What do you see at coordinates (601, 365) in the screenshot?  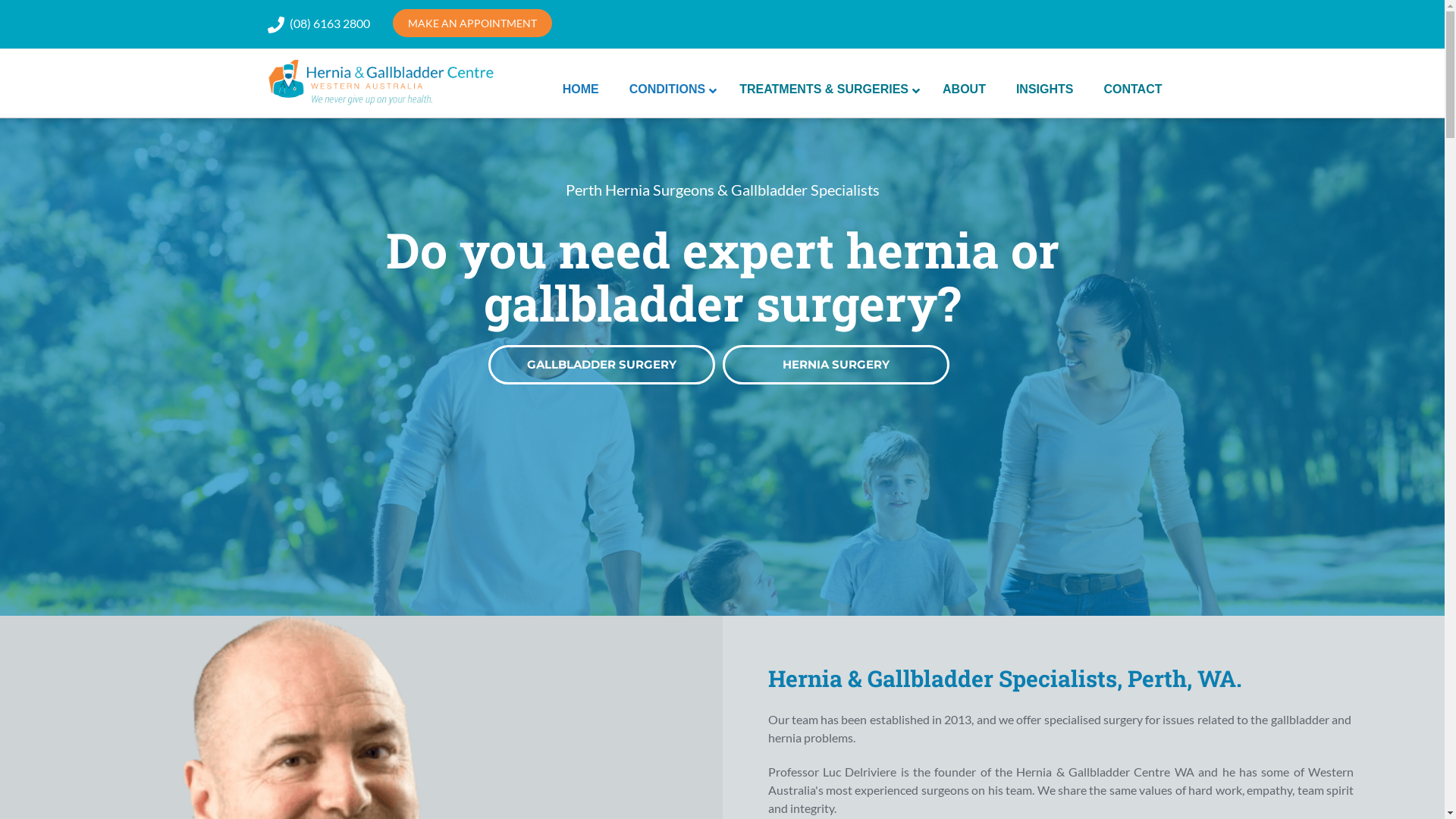 I see `'GALLBLADDER SURGERY'` at bounding box center [601, 365].